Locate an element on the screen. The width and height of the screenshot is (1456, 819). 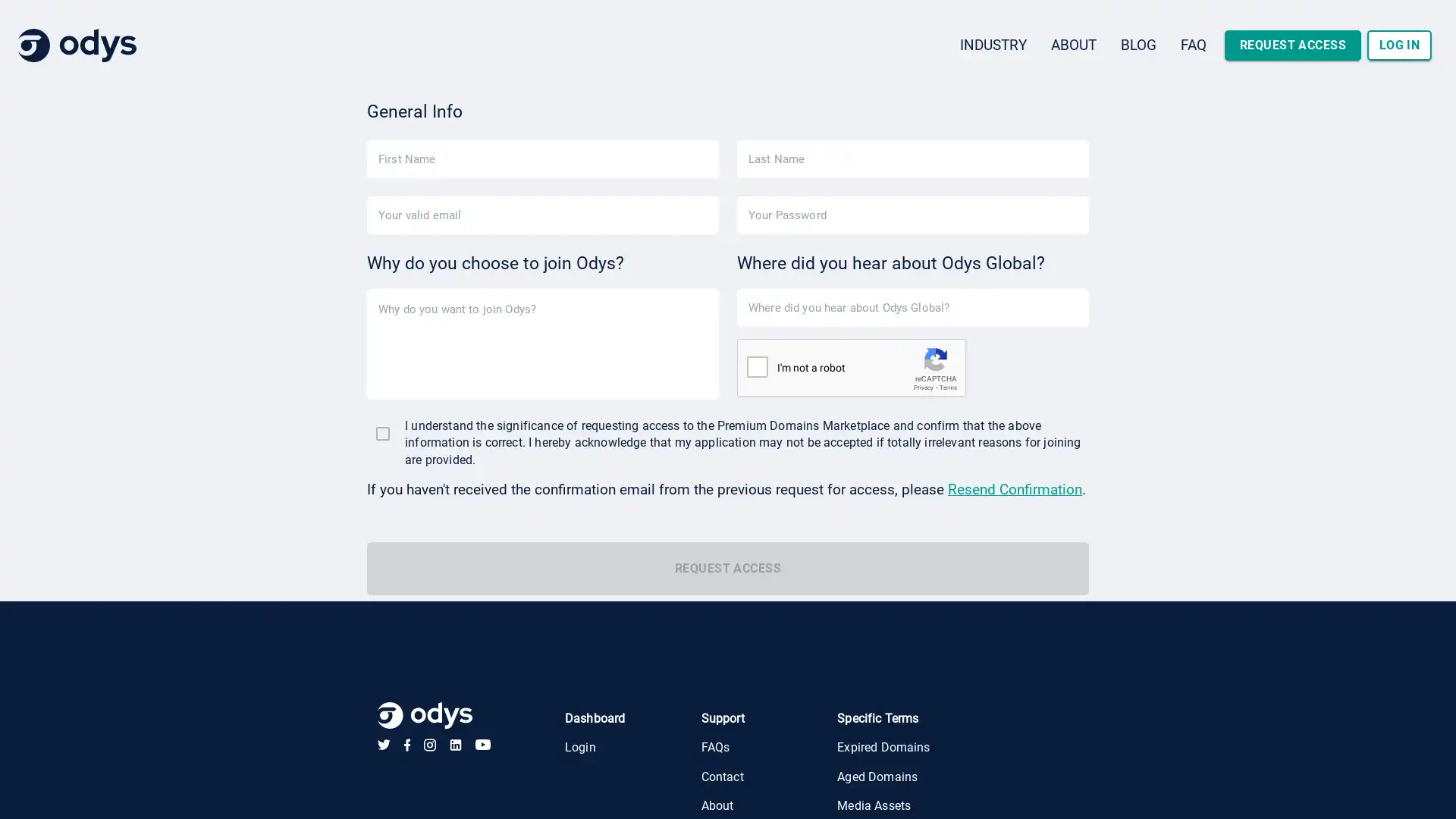
REQUEST ACCESS is located at coordinates (1291, 45).